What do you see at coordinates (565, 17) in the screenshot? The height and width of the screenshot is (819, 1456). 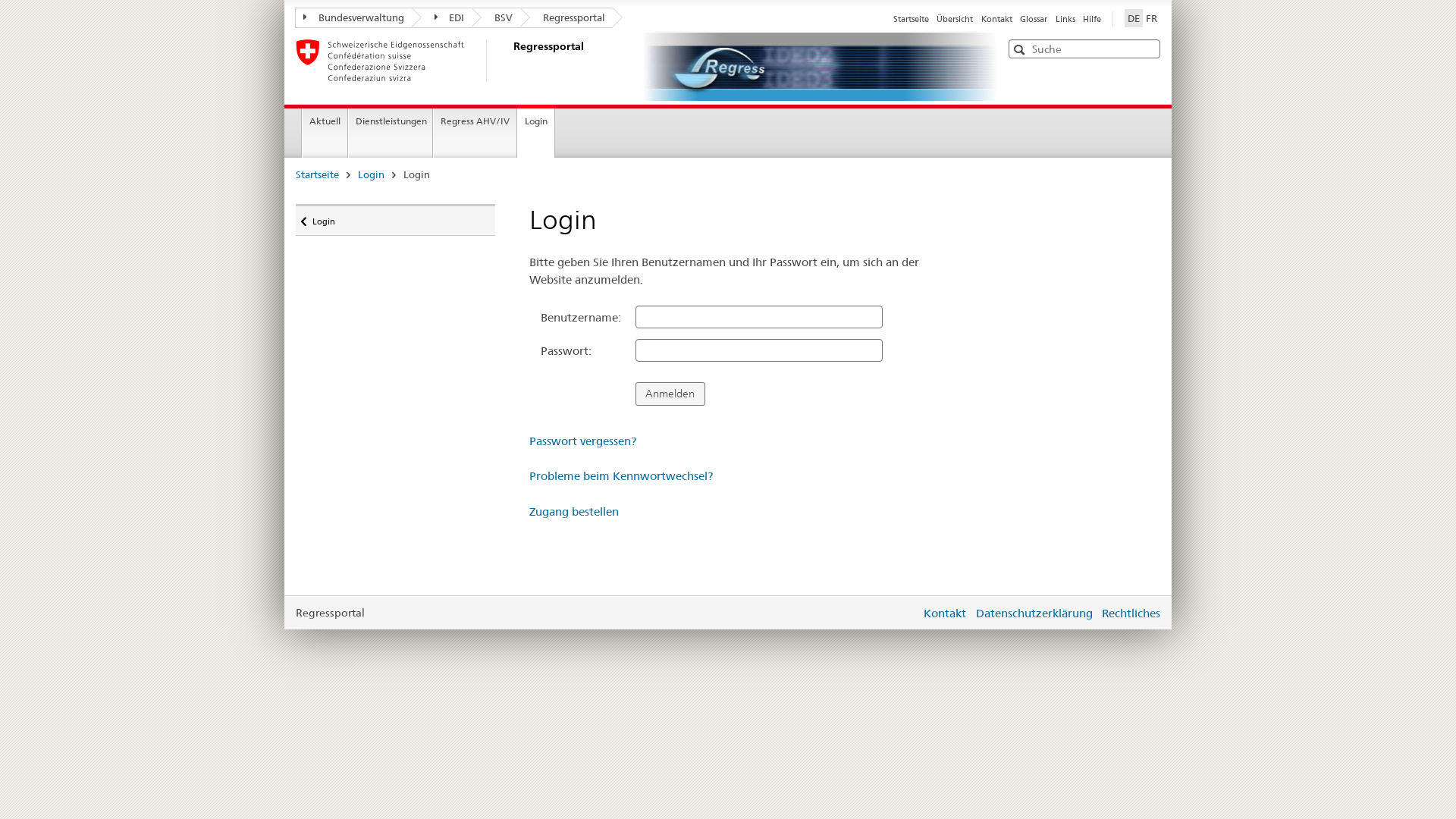 I see `'Regressportal'` at bounding box center [565, 17].